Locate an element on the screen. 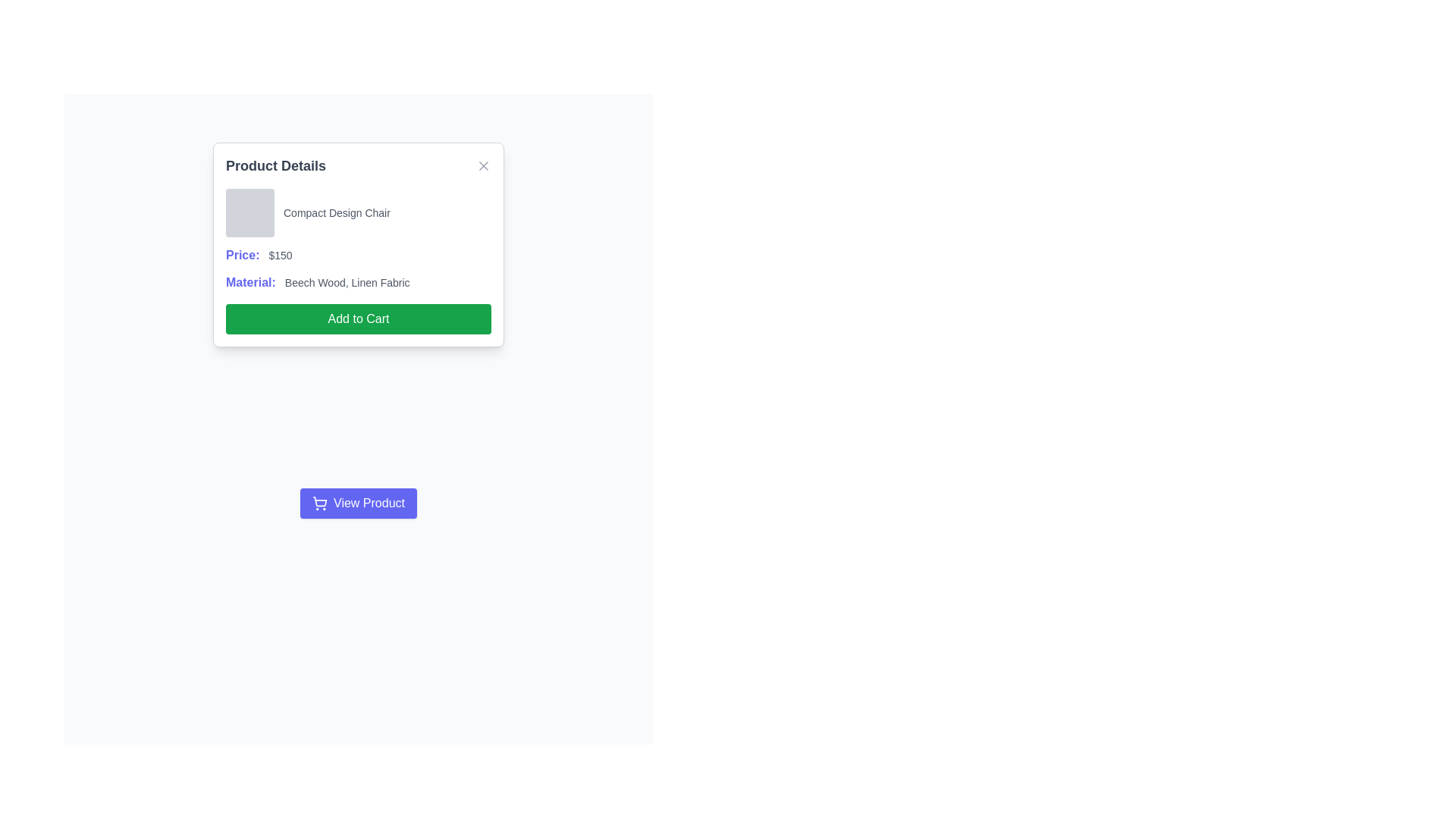 The height and width of the screenshot is (819, 1456). the non-interactive text label displaying product material information located to the right of the 'Material:' field is located at coordinates (347, 283).